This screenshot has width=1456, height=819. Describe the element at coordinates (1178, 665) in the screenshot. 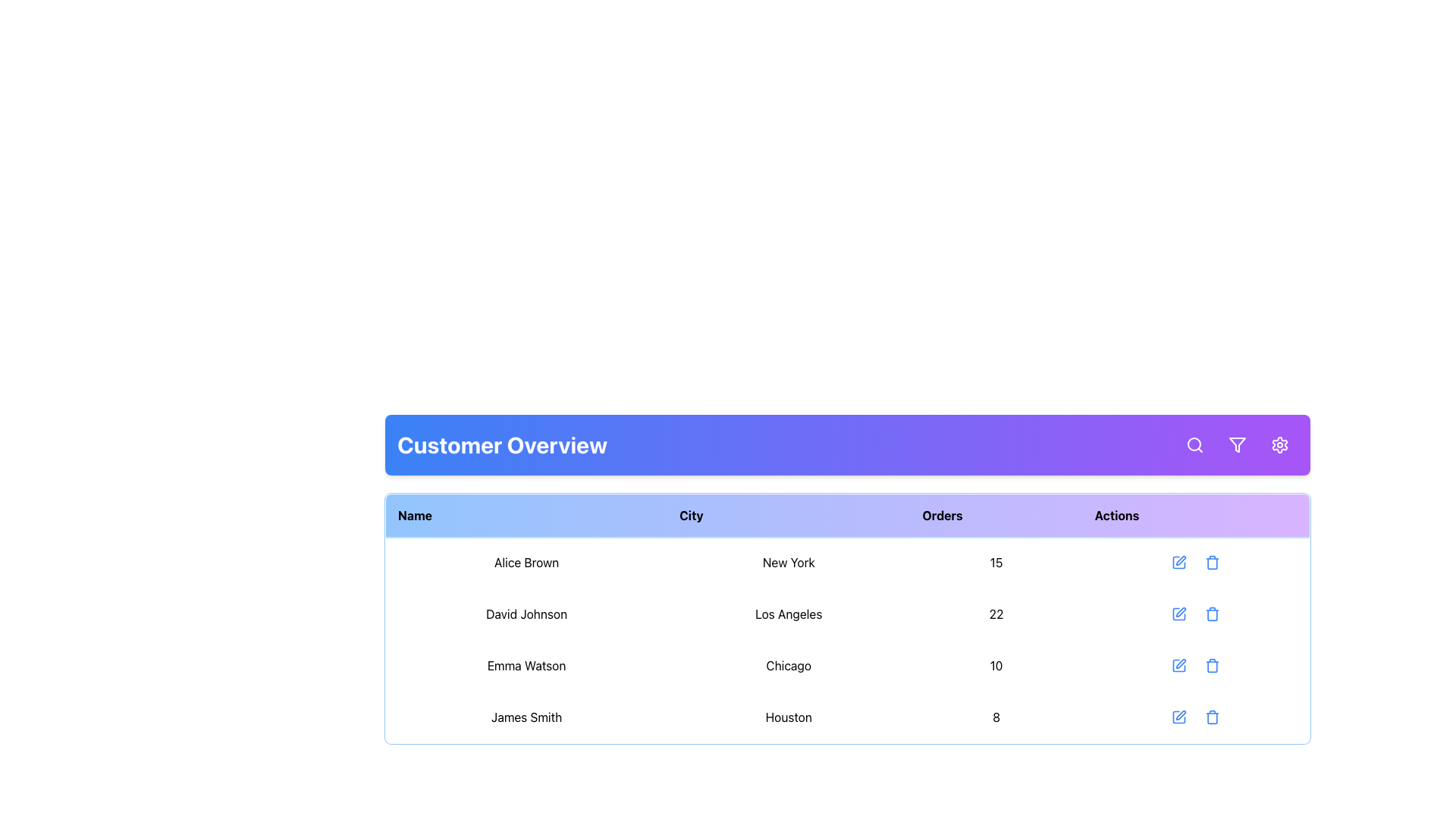

I see `the circular blue pencil icon button in the 'Actions' column for the entry 'Emma Watson' to initiate the edit functionality` at that location.